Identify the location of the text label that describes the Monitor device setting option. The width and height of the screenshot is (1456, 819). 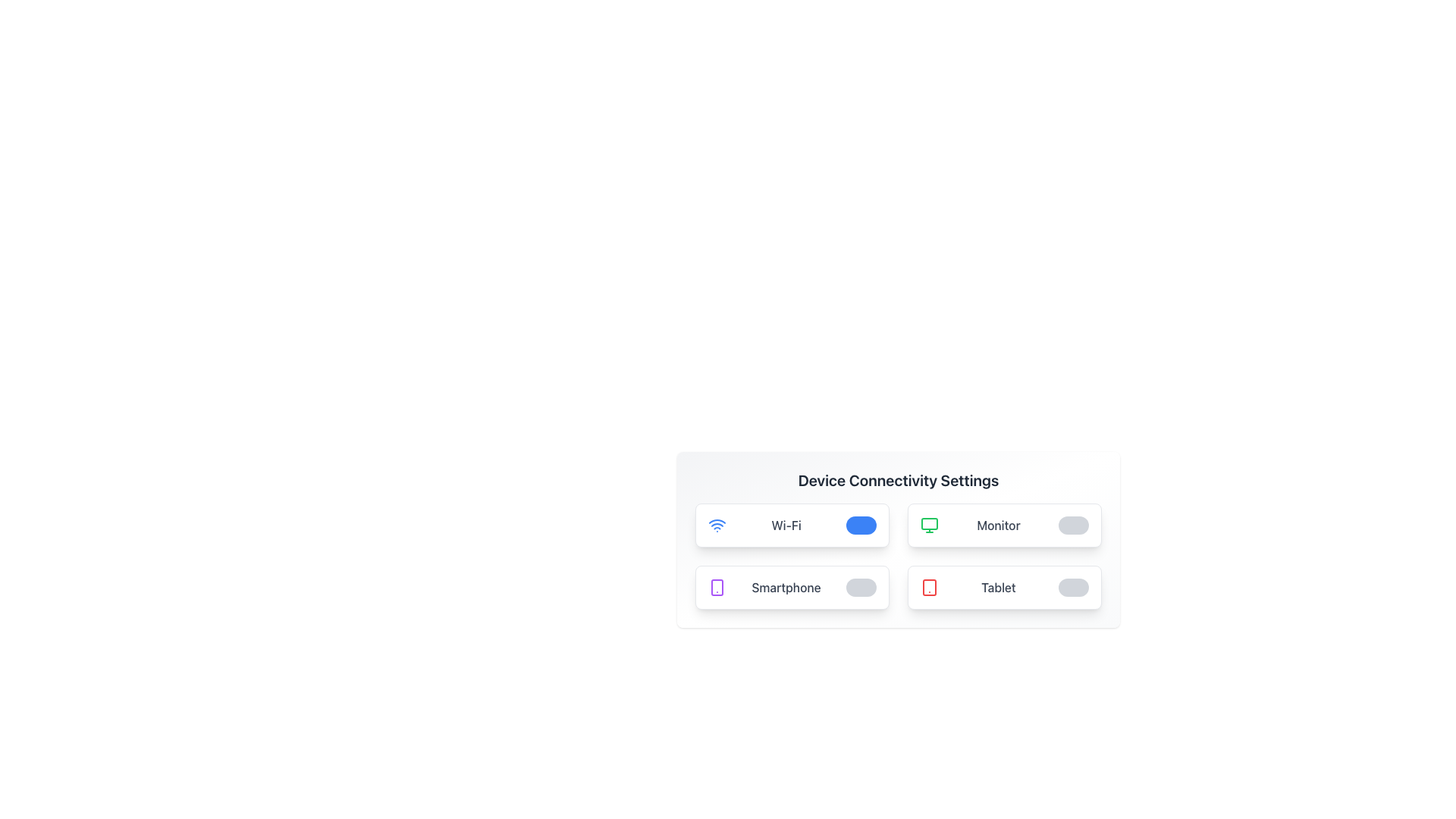
(998, 525).